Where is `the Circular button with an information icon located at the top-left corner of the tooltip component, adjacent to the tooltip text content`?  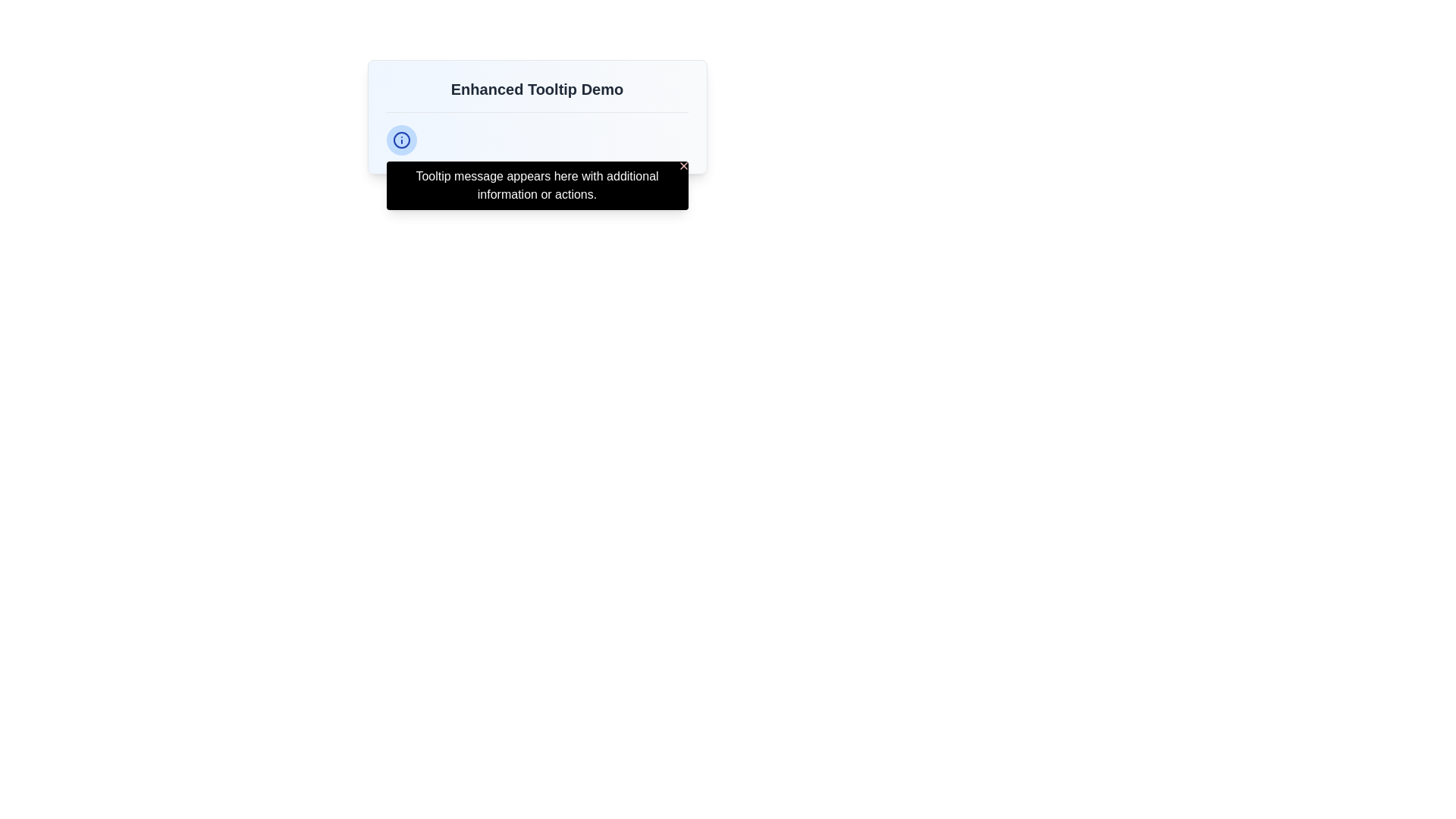
the Circular button with an information icon located at the top-left corner of the tooltip component, adjacent to the tooltip text content is located at coordinates (401, 140).